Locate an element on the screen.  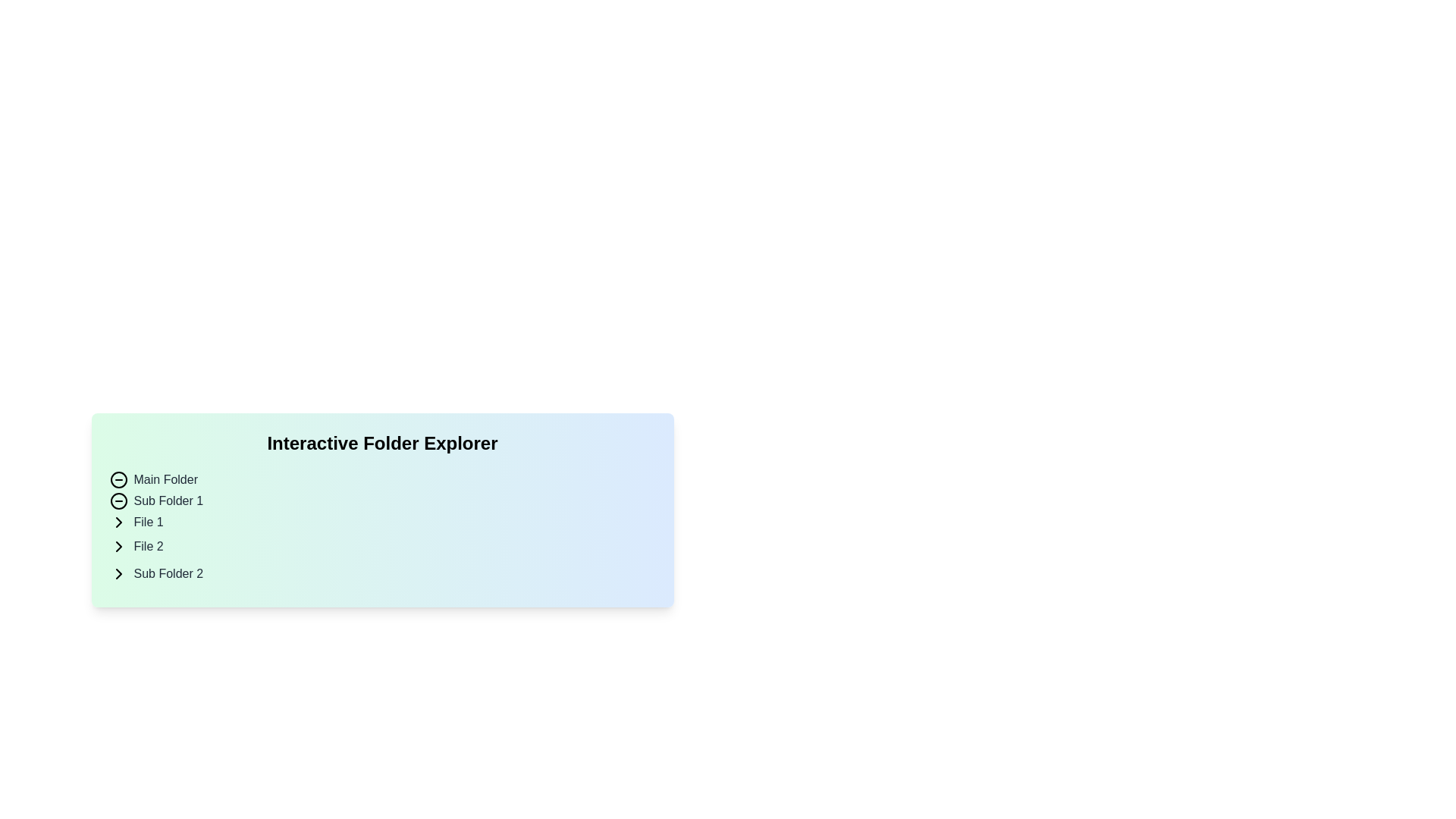
the collapse button icon located to the left of the 'Main Folder' text to hide its contents in the file explorer is located at coordinates (118, 479).